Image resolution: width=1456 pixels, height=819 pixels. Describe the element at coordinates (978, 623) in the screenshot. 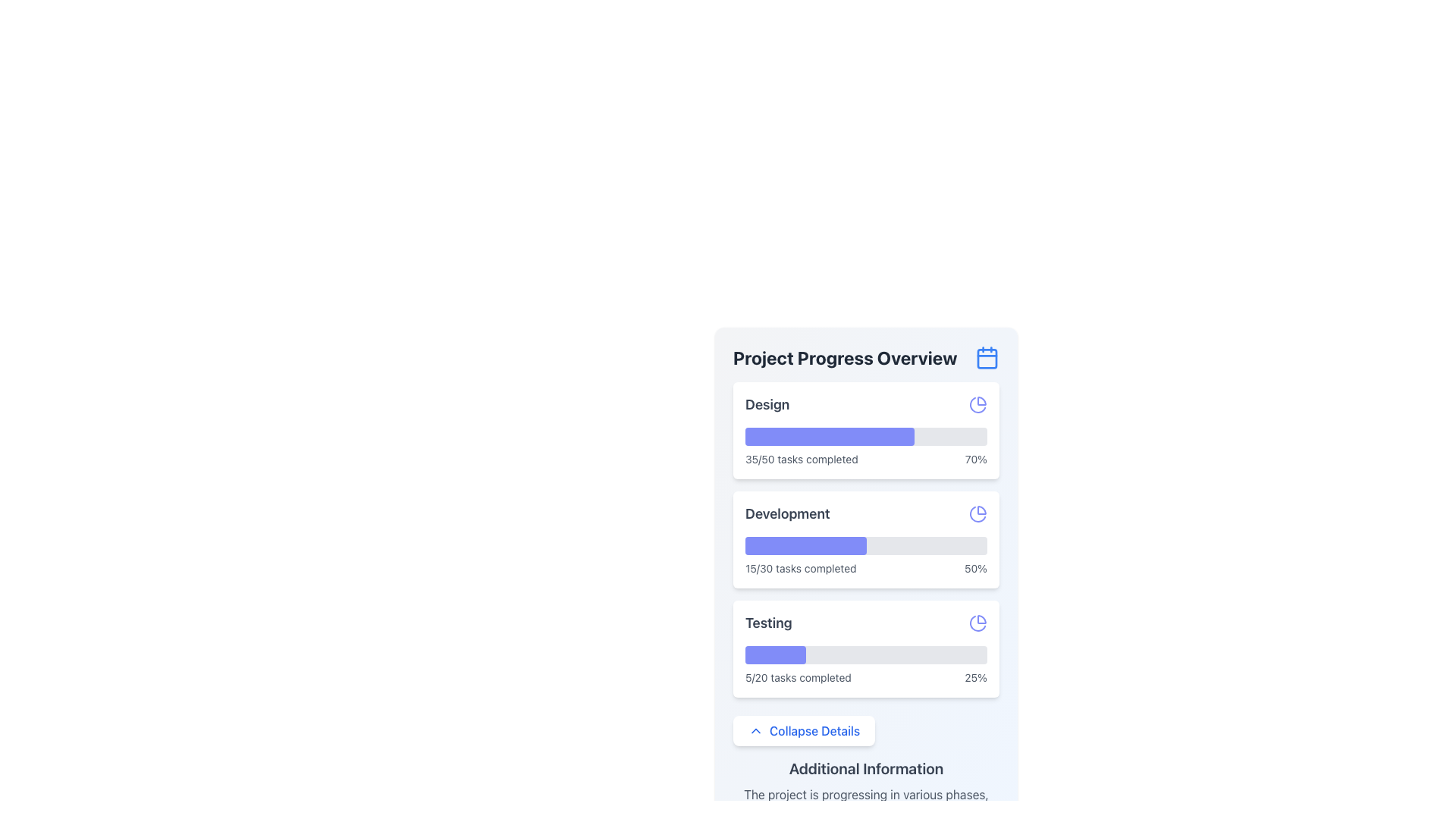

I see `the progress icon representing the 'Testing' phase in the 'Project Progress Overview' card, located on the right side of the 'Testing' section` at that location.